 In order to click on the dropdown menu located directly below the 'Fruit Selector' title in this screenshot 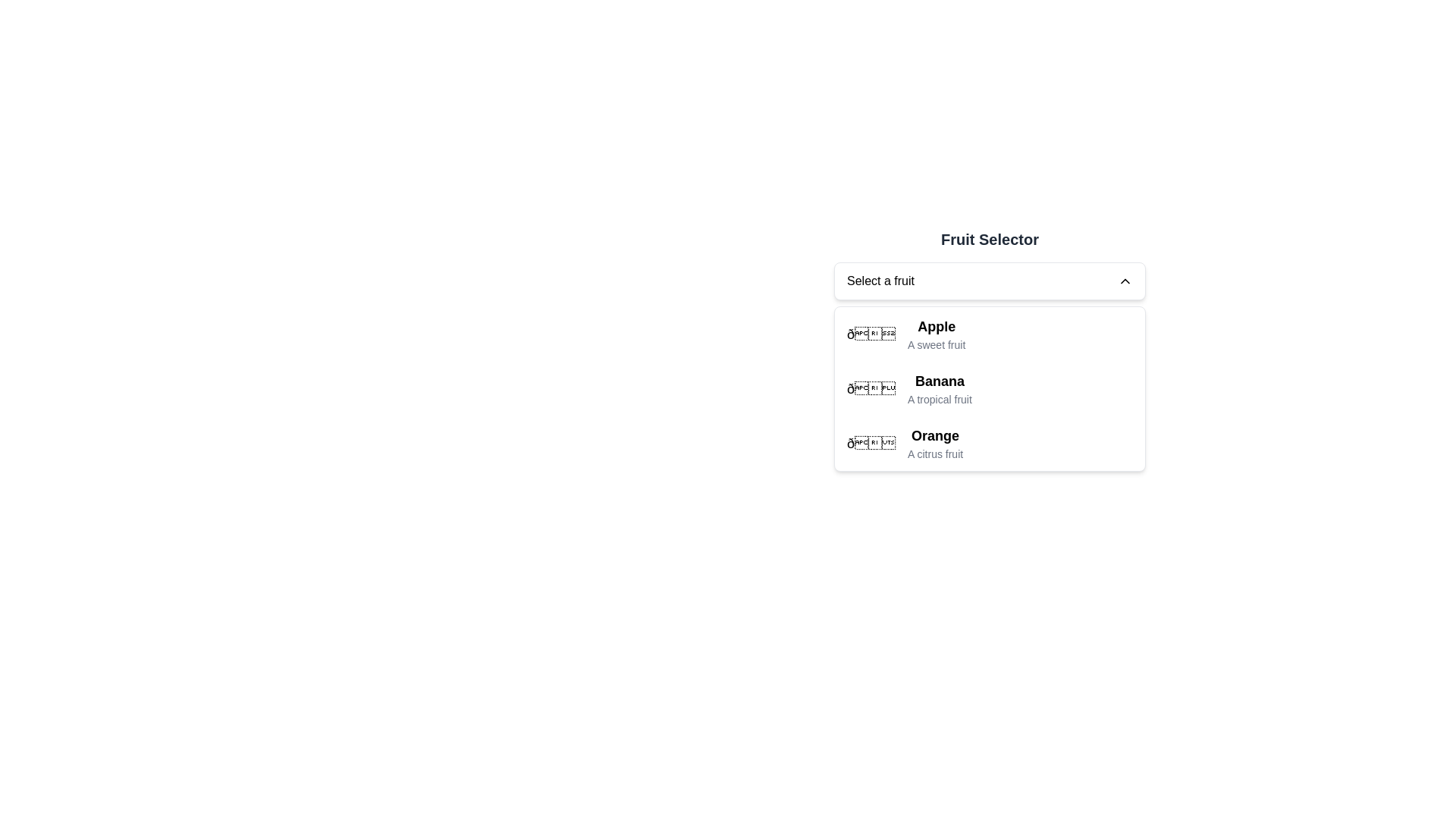, I will do `click(990, 281)`.